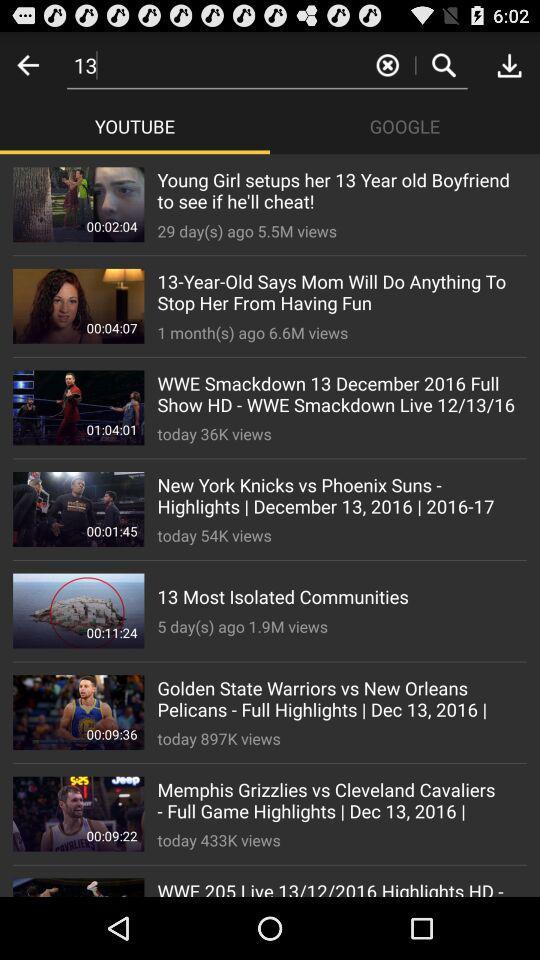  I want to click on the close icon, so click(387, 69).